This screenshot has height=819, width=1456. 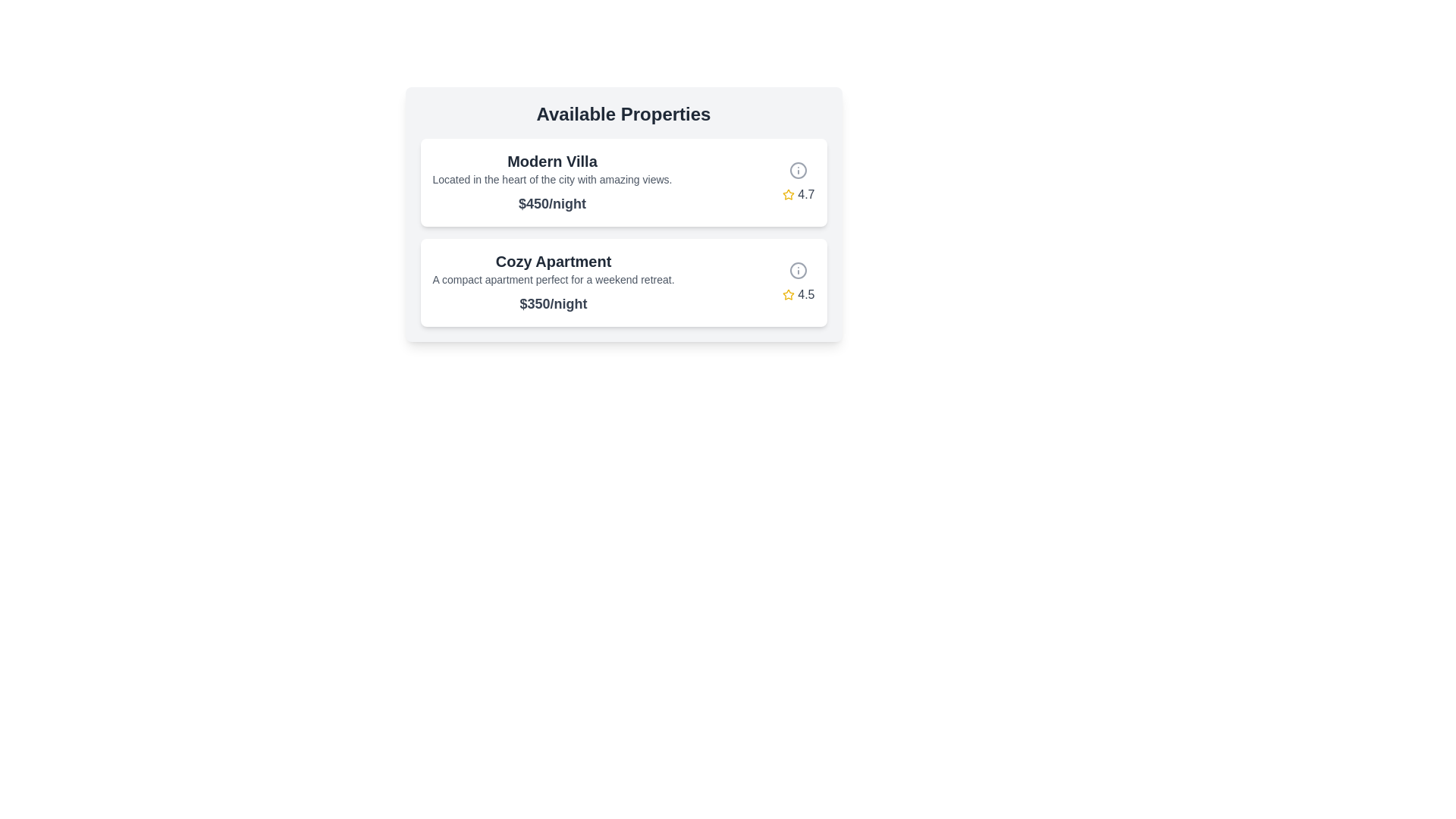 What do you see at coordinates (789, 295) in the screenshot?
I see `the yellow five-pointed star icon representing the rating indicator next to the rating value '4.5' in the second card labeled 'Cozy Apartment'` at bounding box center [789, 295].